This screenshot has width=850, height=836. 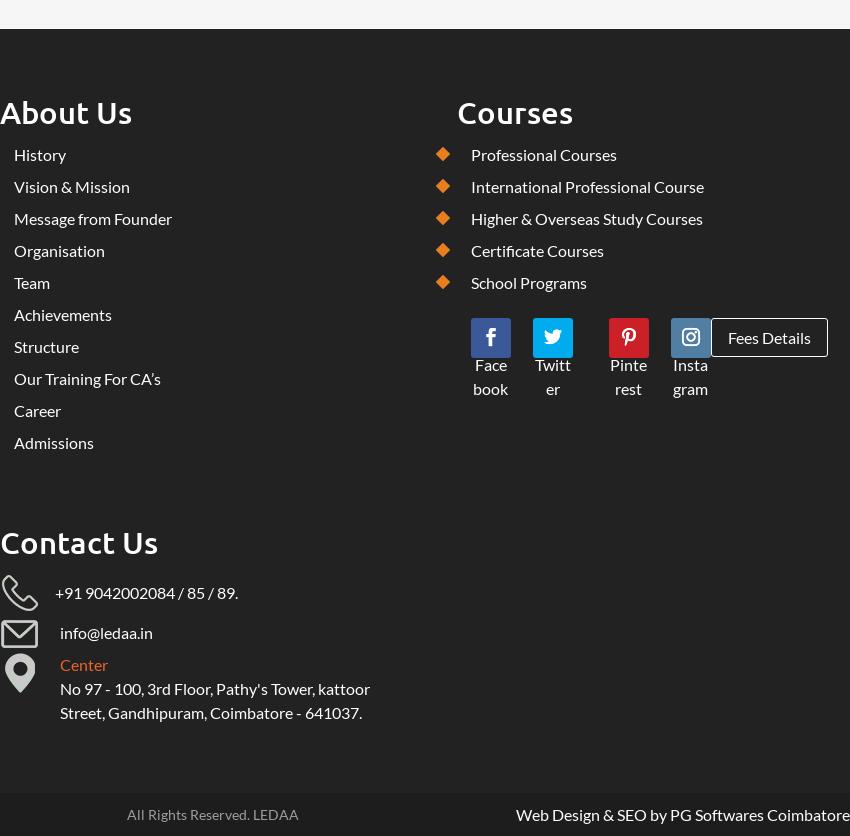 What do you see at coordinates (39, 153) in the screenshot?
I see `'History'` at bounding box center [39, 153].